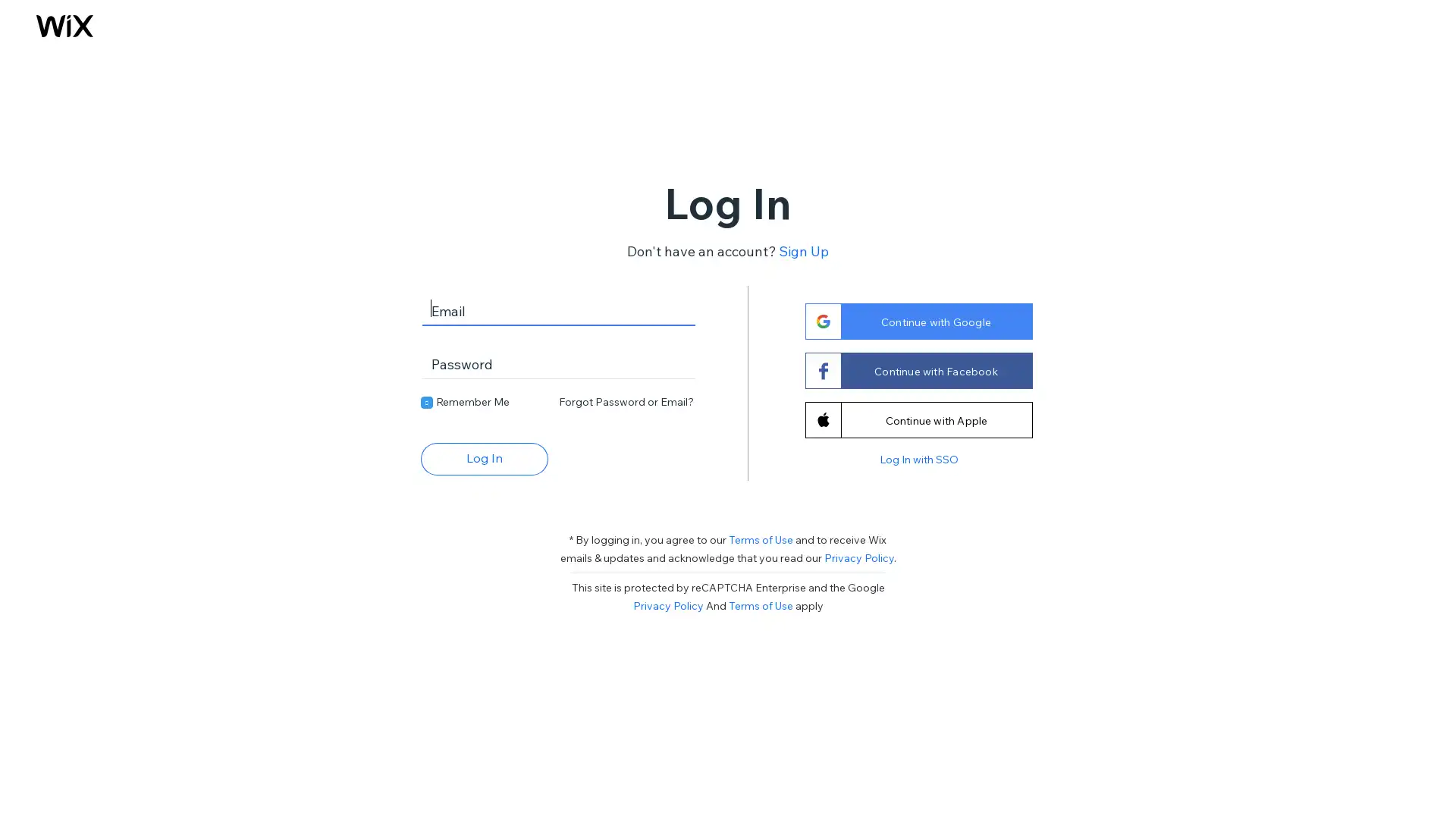 This screenshot has height=819, width=1456. I want to click on Log In, so click(483, 457).